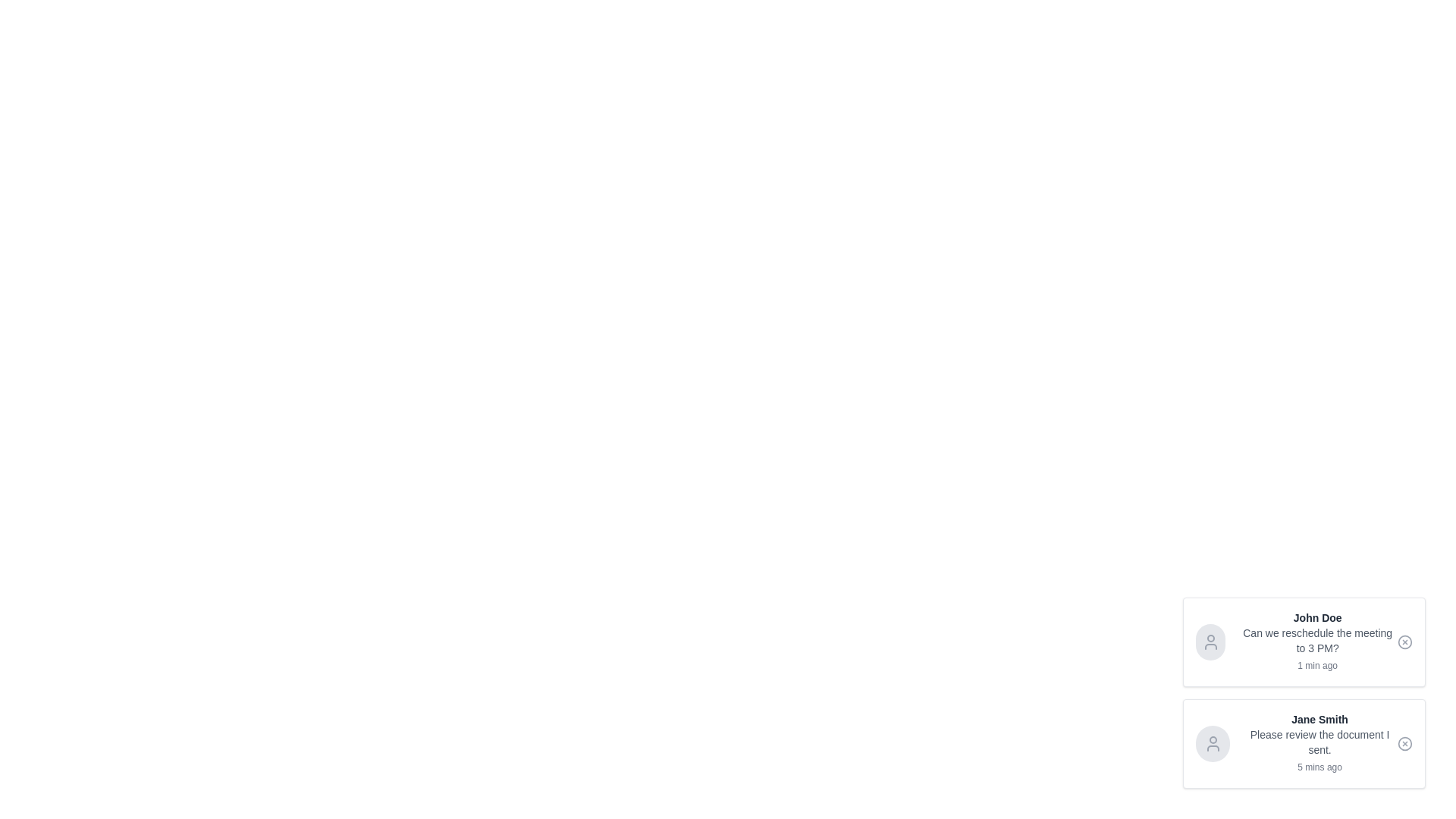 This screenshot has height=819, width=1456. I want to click on the avatar of the notification for Jane Smith, so click(1212, 742).